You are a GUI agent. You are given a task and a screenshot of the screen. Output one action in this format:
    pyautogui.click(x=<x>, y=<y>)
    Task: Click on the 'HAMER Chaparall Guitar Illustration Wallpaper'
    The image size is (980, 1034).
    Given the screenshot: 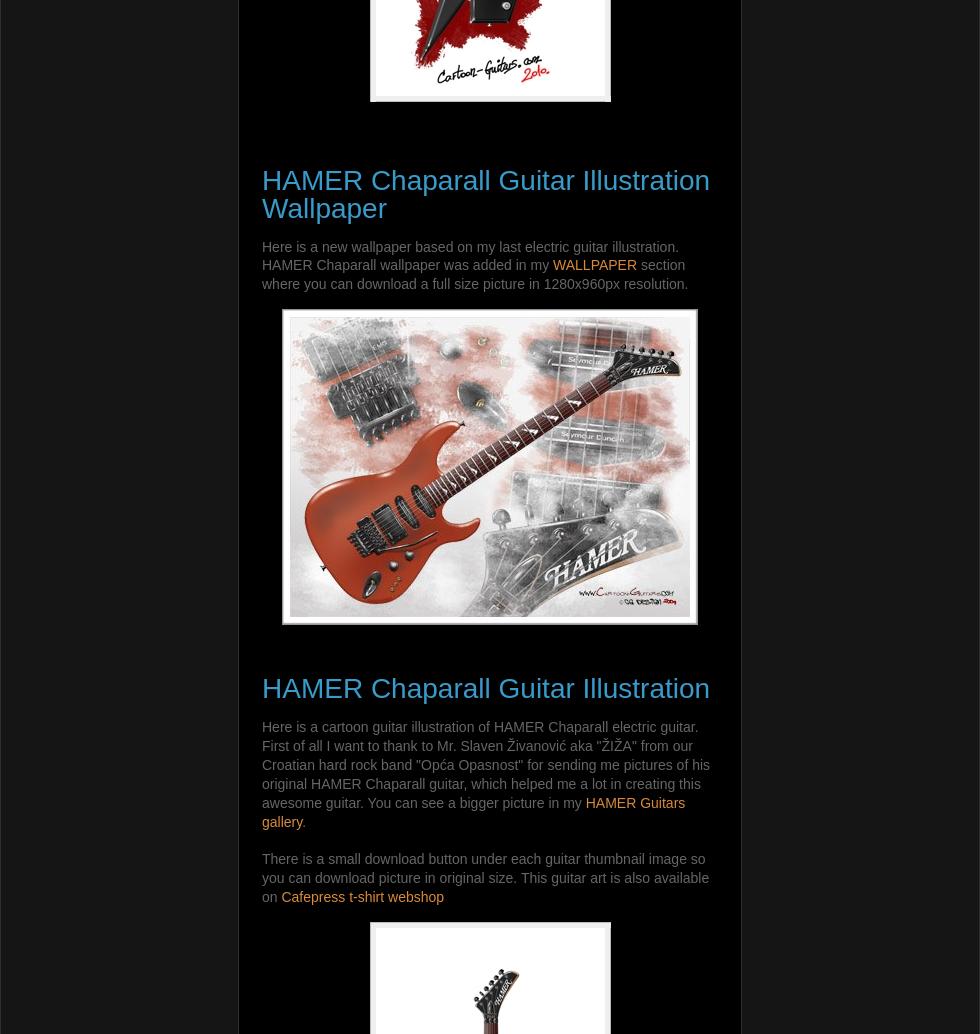 What is the action you would take?
    pyautogui.click(x=485, y=193)
    